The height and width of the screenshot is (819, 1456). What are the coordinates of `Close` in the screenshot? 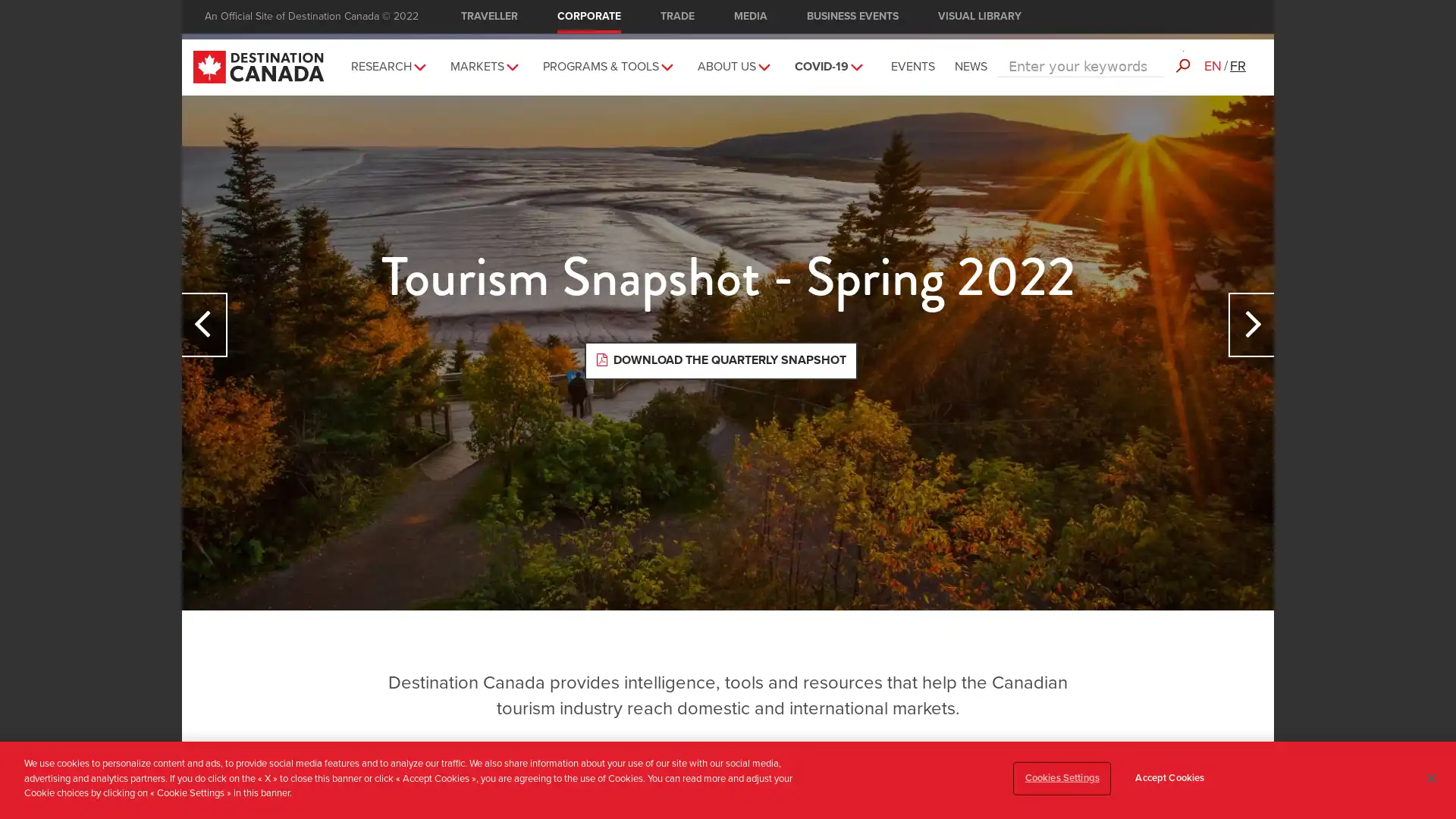 It's located at (1430, 778).